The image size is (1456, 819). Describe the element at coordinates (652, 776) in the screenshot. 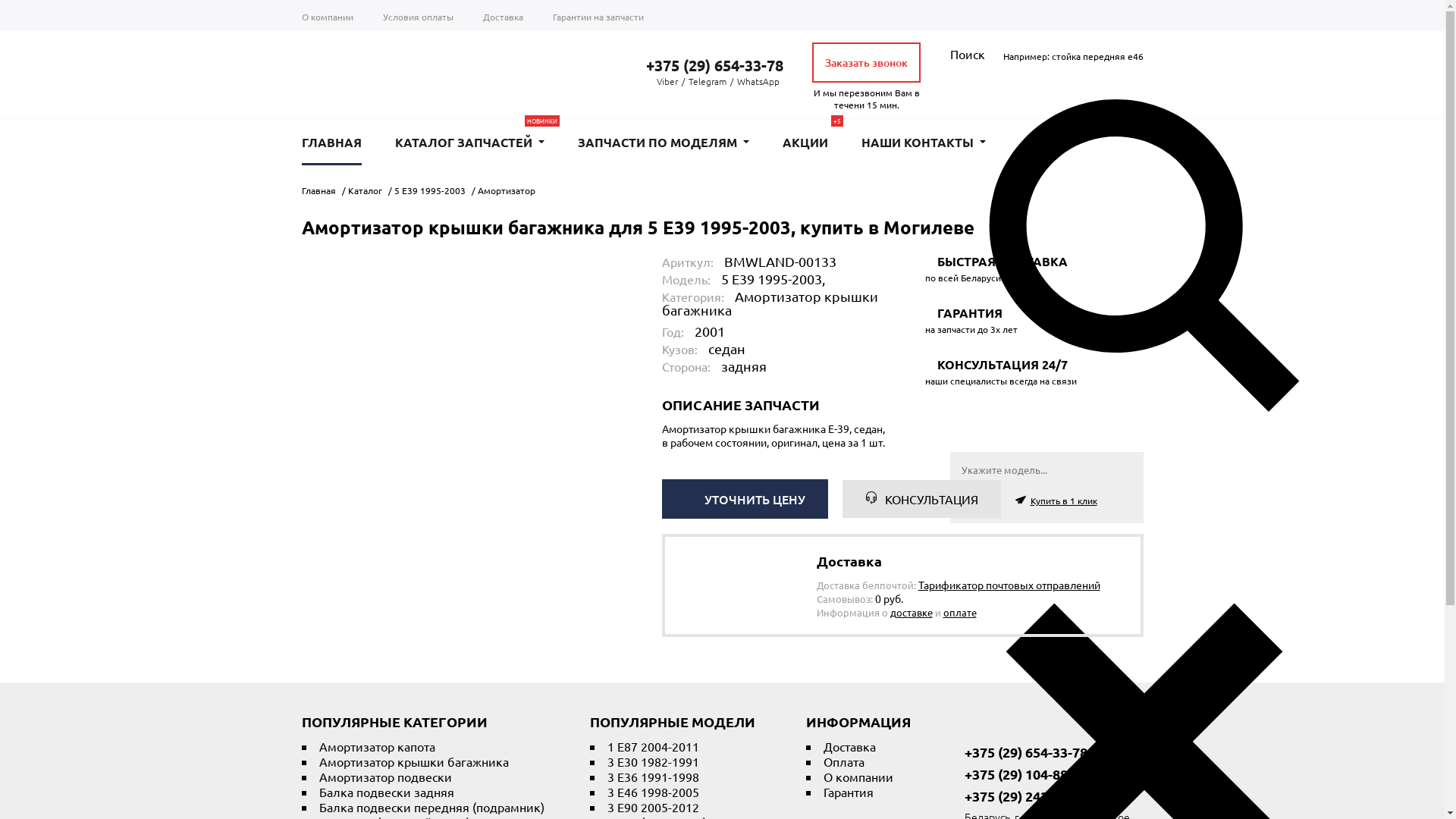

I see `'3 E36 1991-1998'` at that location.